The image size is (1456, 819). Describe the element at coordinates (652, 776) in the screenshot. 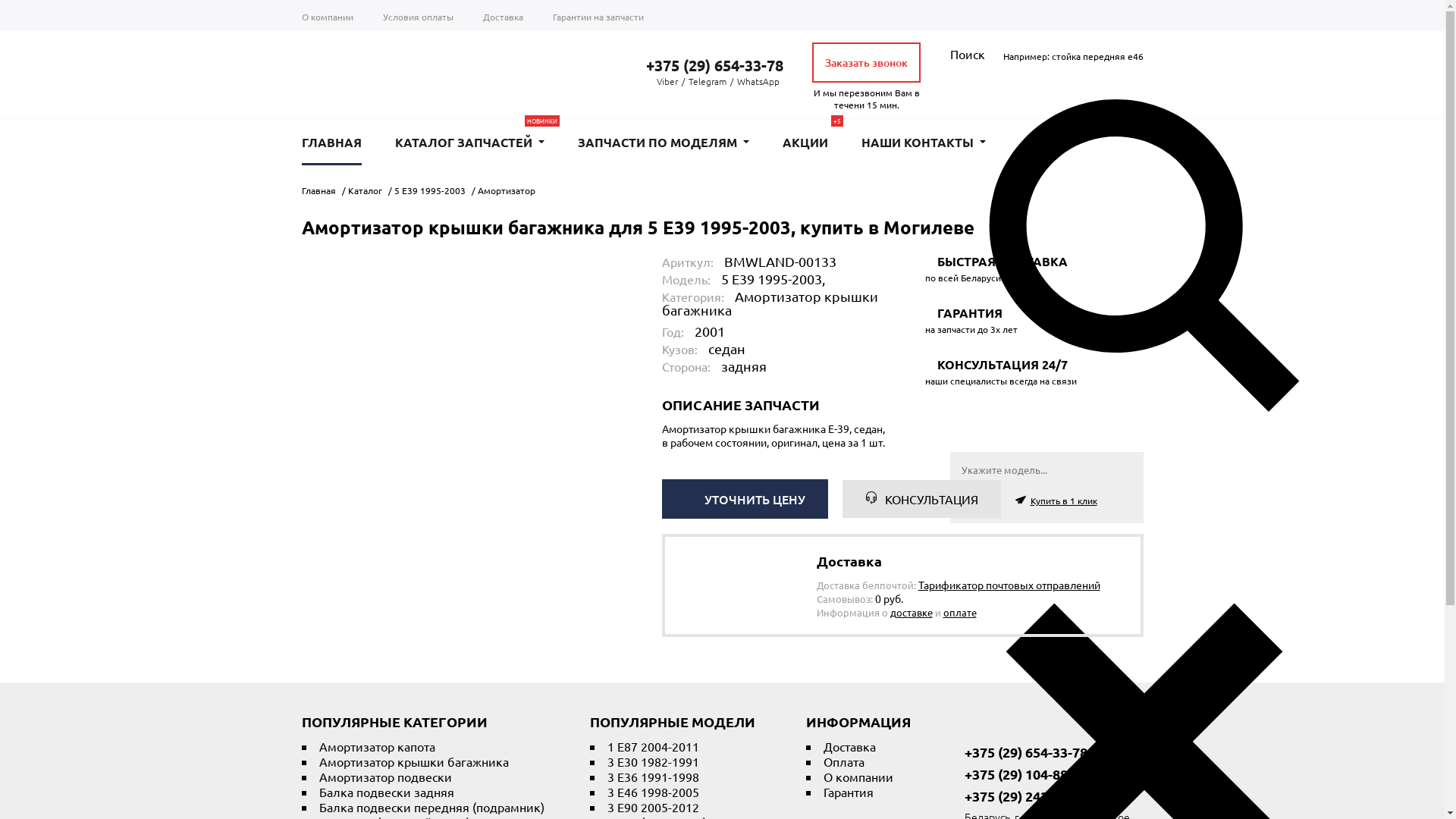

I see `'3 E36 1991-1998'` at that location.